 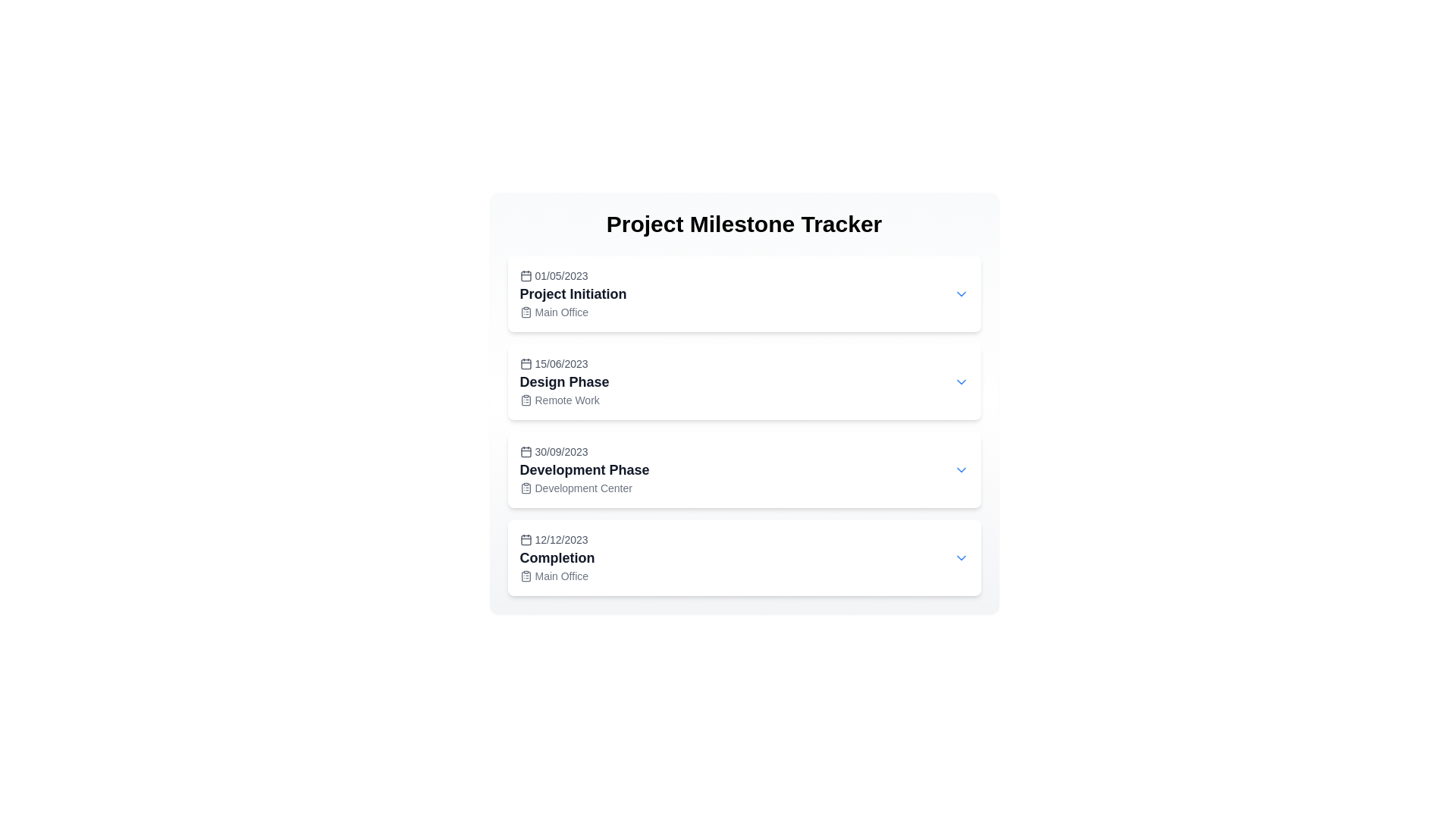 I want to click on the Dropdown indicator at the far-right end of the 'Development Phase' card, so click(x=960, y=469).